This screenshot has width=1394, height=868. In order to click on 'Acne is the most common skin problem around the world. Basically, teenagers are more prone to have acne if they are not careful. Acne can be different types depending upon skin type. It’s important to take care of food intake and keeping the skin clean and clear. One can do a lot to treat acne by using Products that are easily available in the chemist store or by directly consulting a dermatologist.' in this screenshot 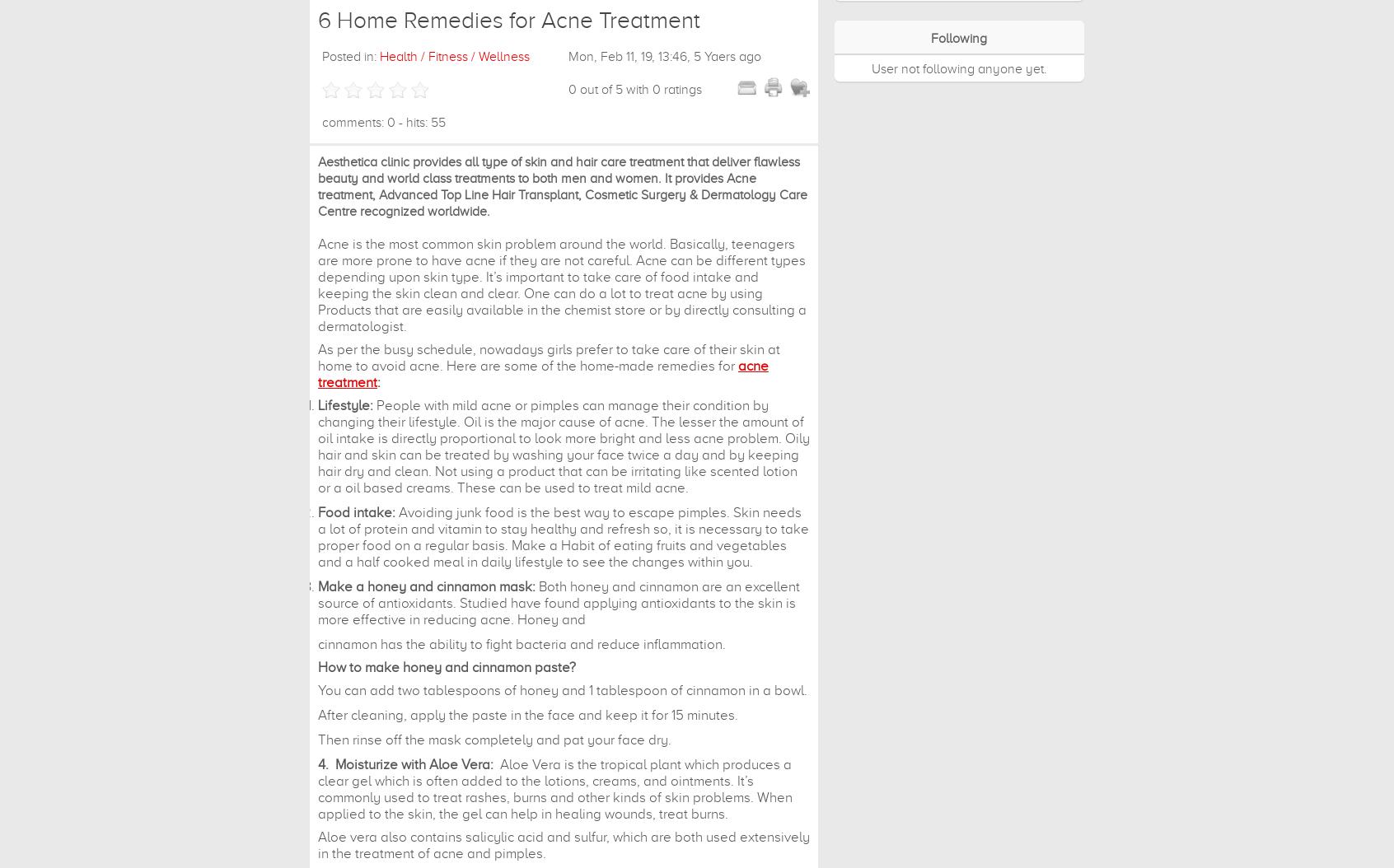, I will do `click(317, 285)`.